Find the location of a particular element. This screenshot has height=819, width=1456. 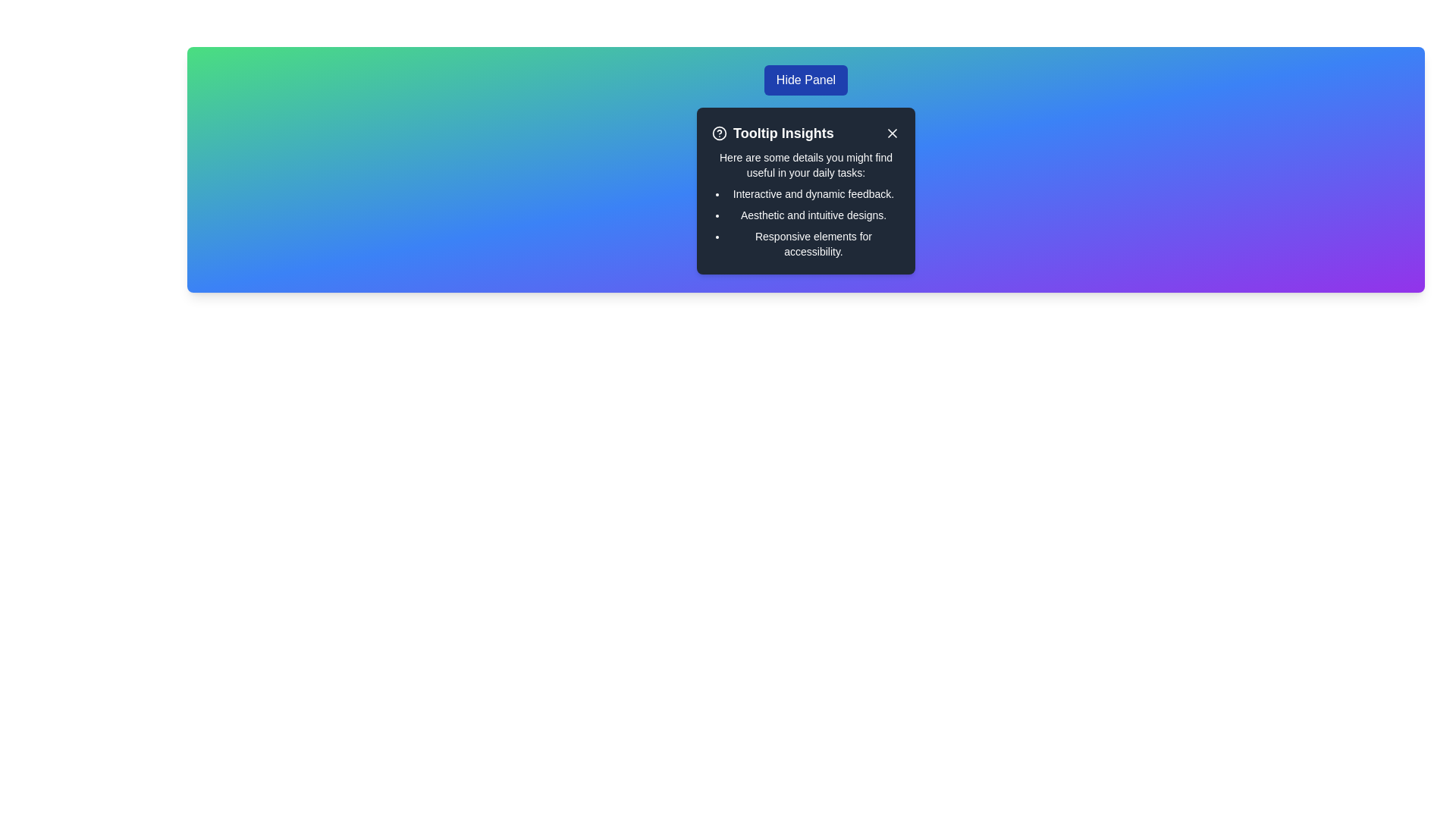

the decorative circle SVG shape that is part of the icon displayed to the left of the text title 'Tooltip Insights' in the popup tooltip is located at coordinates (719, 133).